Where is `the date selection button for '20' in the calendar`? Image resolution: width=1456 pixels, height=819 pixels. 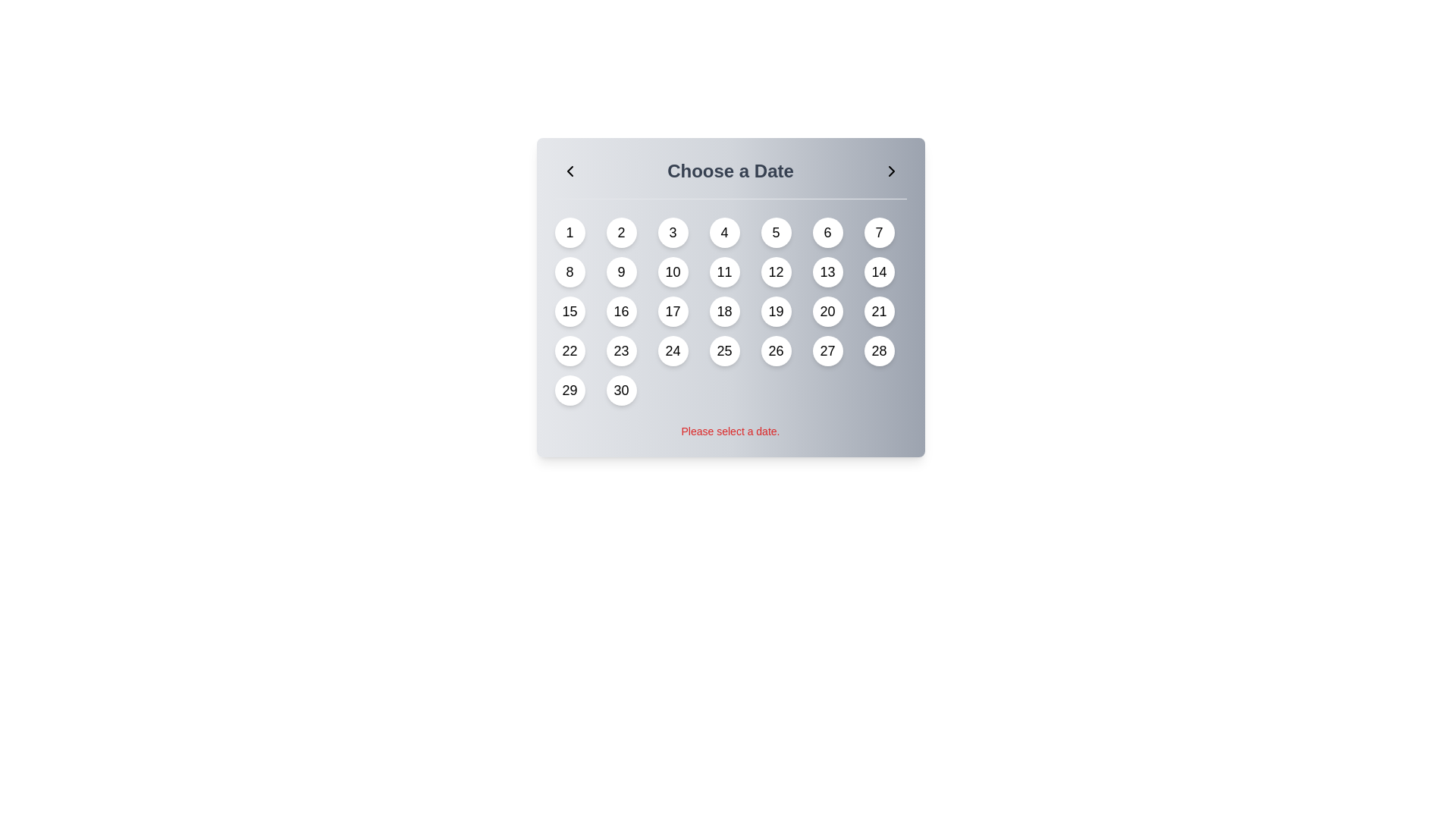
the date selection button for '20' in the calendar is located at coordinates (827, 311).